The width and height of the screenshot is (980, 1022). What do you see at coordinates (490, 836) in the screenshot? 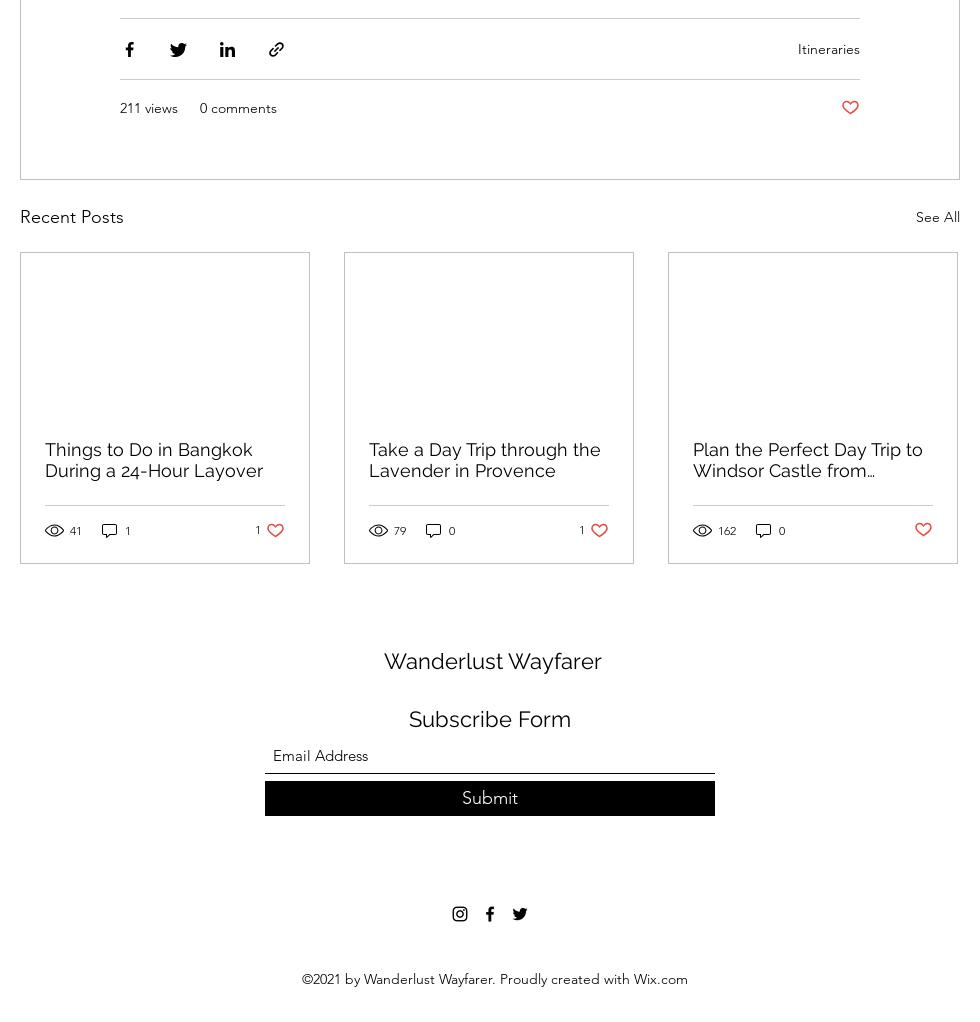
I see `'Thanks for submitting!'` at bounding box center [490, 836].